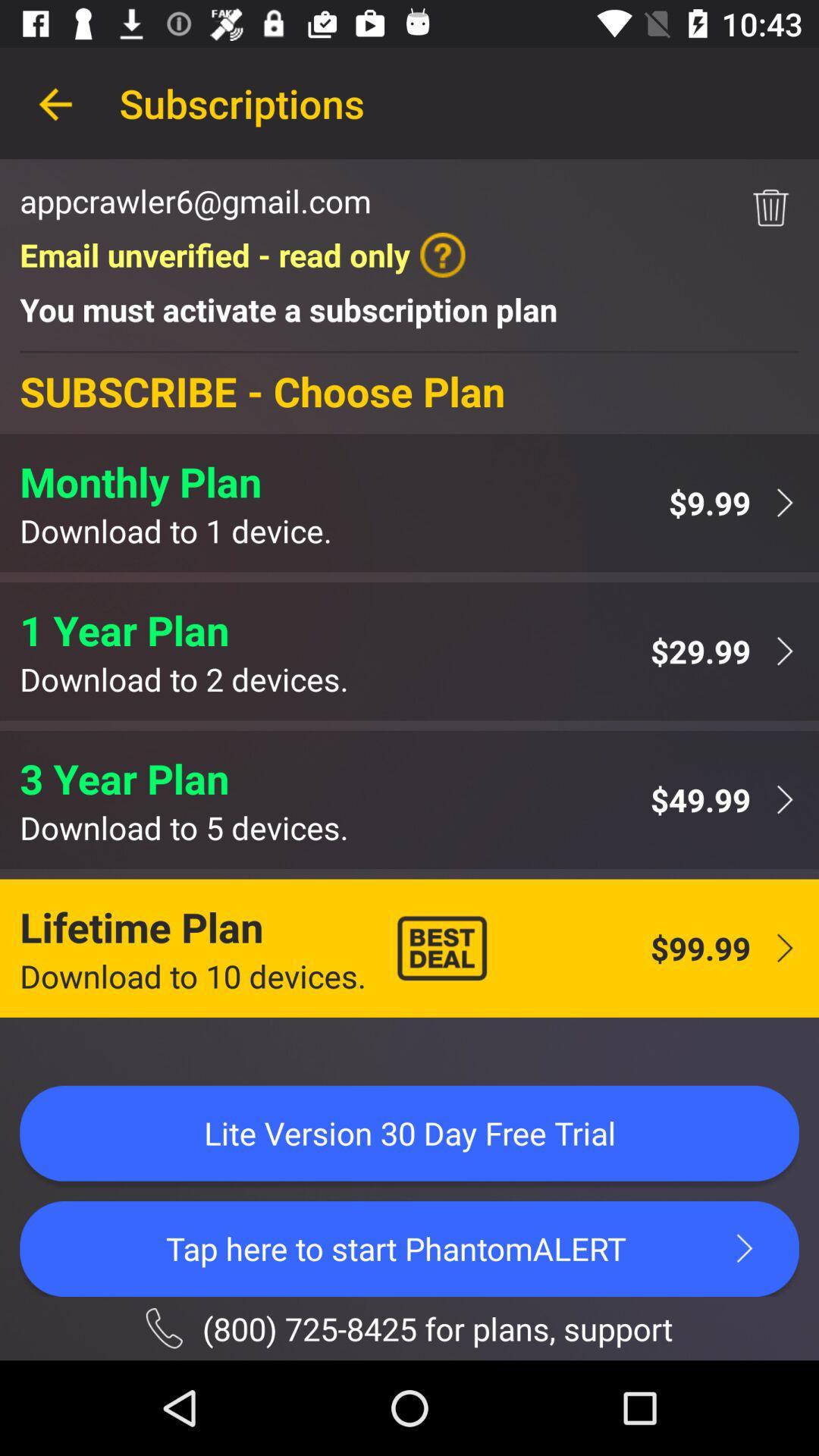 Image resolution: width=819 pixels, height=1456 pixels. I want to click on item above 800 725 8425 icon, so click(409, 1248).